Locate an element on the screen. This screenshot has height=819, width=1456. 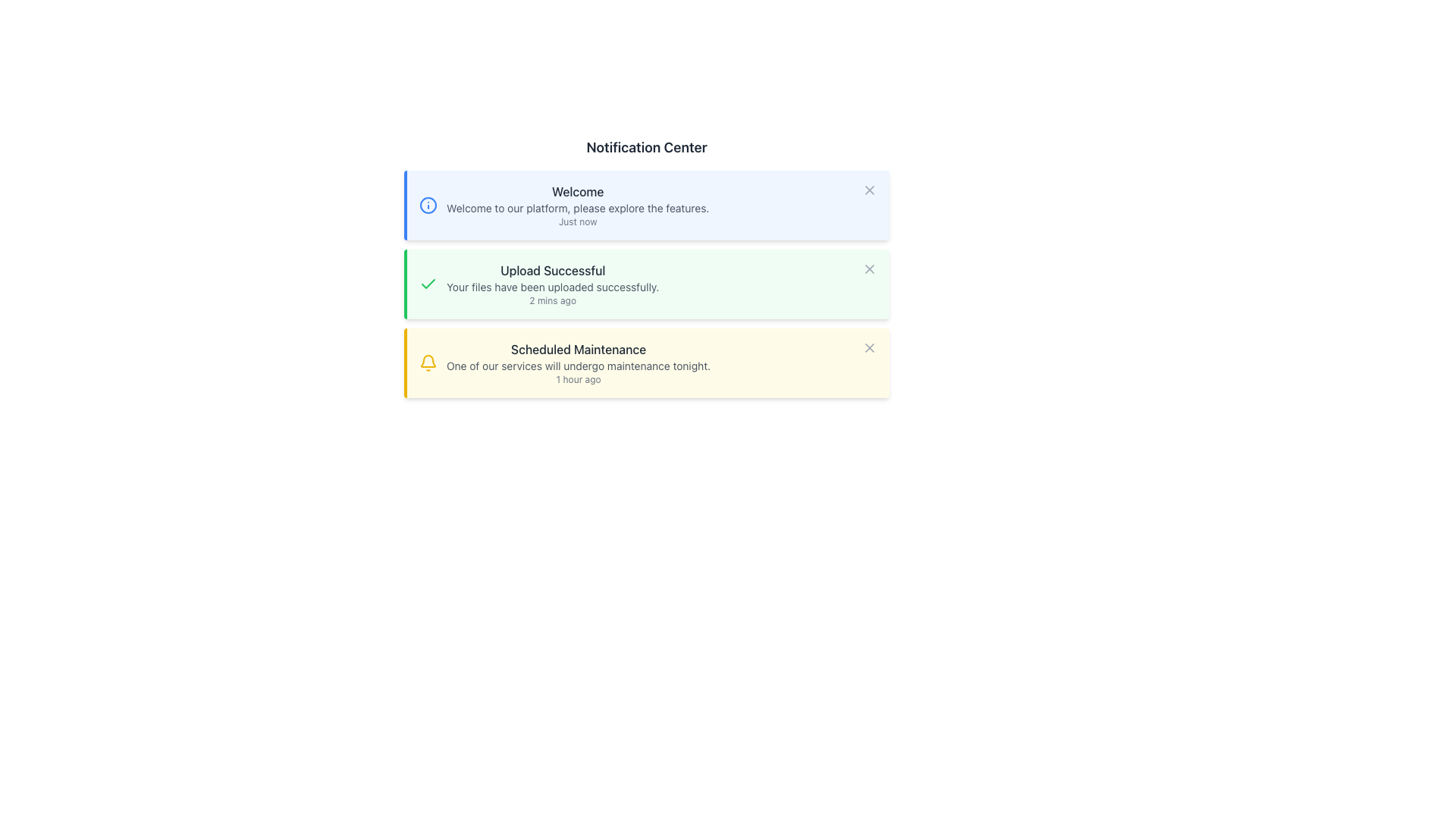
the notification icon that indicates scheduled maintenance, located at the top-left corner of the 'Scheduled Maintenance' notification card is located at coordinates (428, 362).